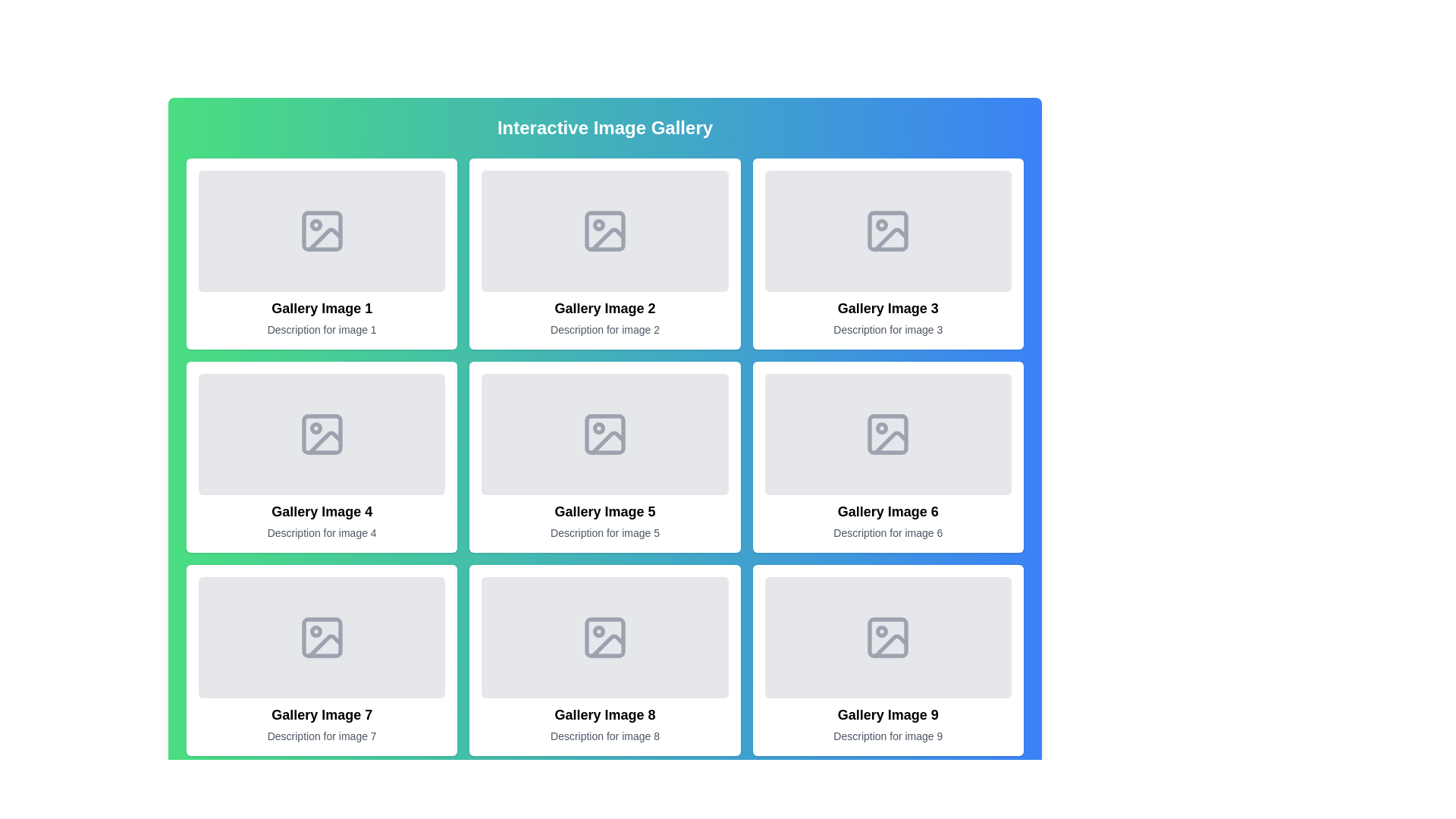  Describe the element at coordinates (888, 329) in the screenshot. I see `text label displaying 'Description for image 3,' which is positioned directly below 'Gallery Image 3' within the third gallery item in the grid layout` at that location.